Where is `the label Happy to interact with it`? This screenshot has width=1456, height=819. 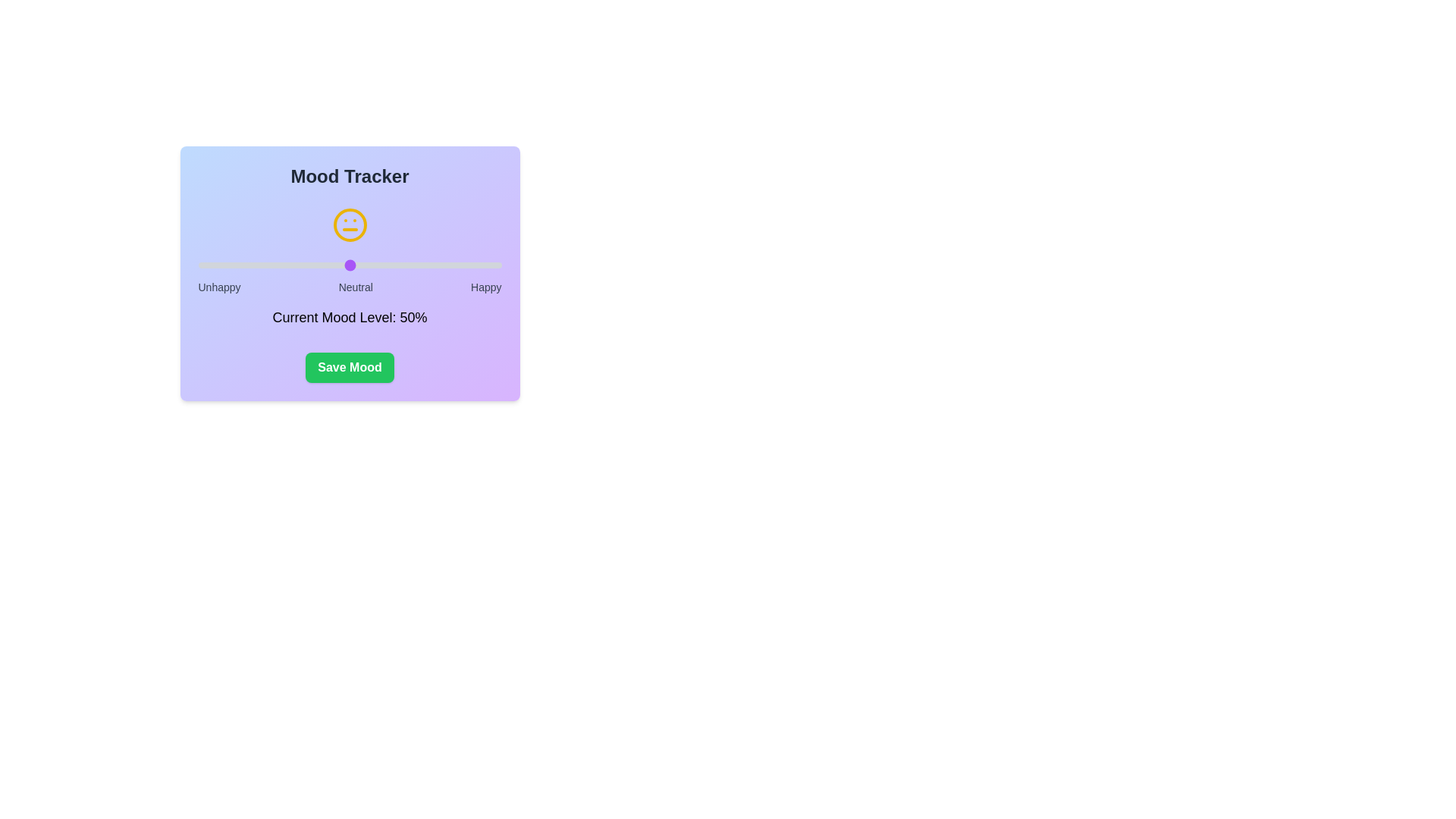
the label Happy to interact with it is located at coordinates (486, 287).